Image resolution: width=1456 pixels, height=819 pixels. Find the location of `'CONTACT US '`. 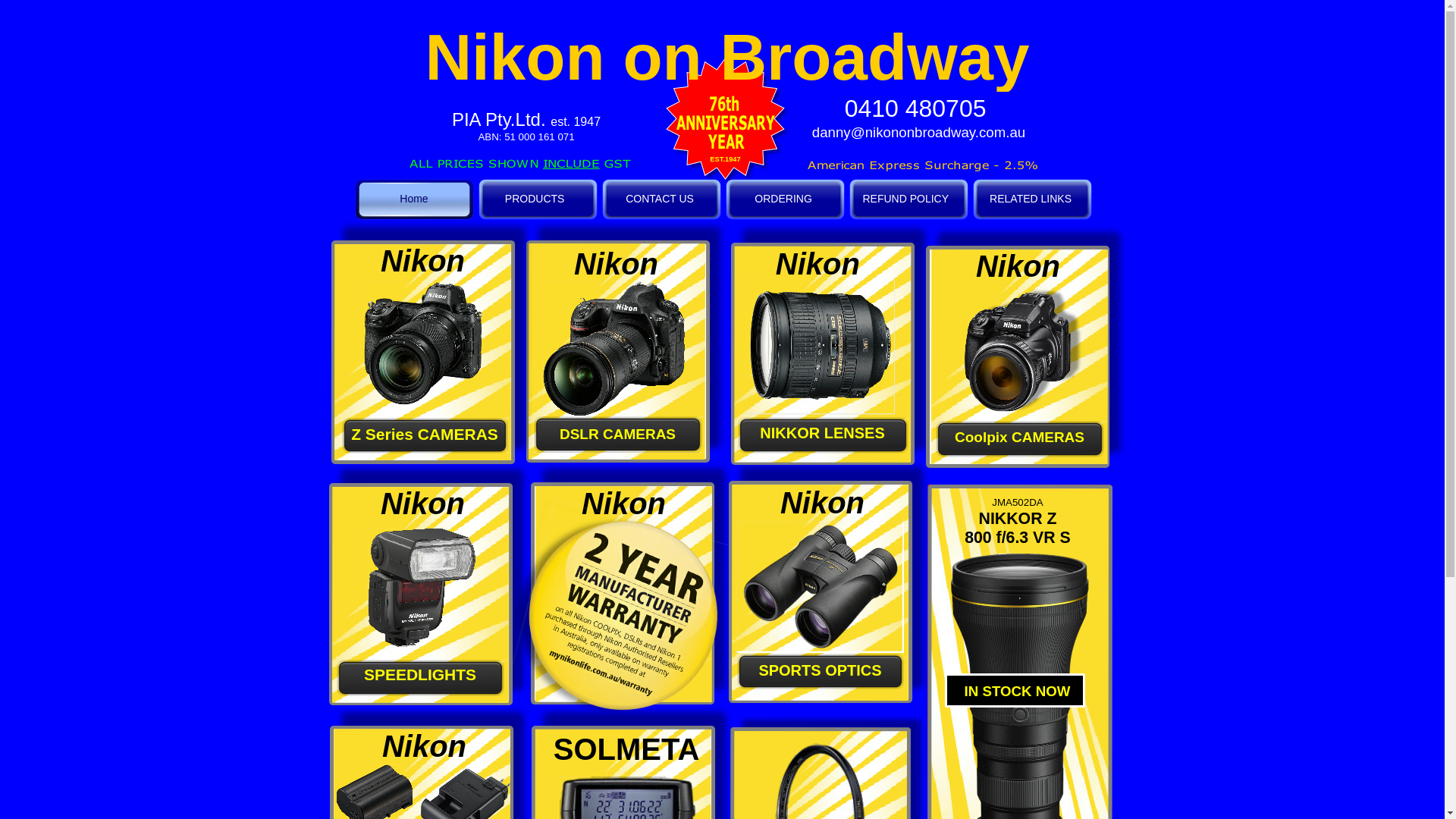

'CONTACT US ' is located at coordinates (661, 198).